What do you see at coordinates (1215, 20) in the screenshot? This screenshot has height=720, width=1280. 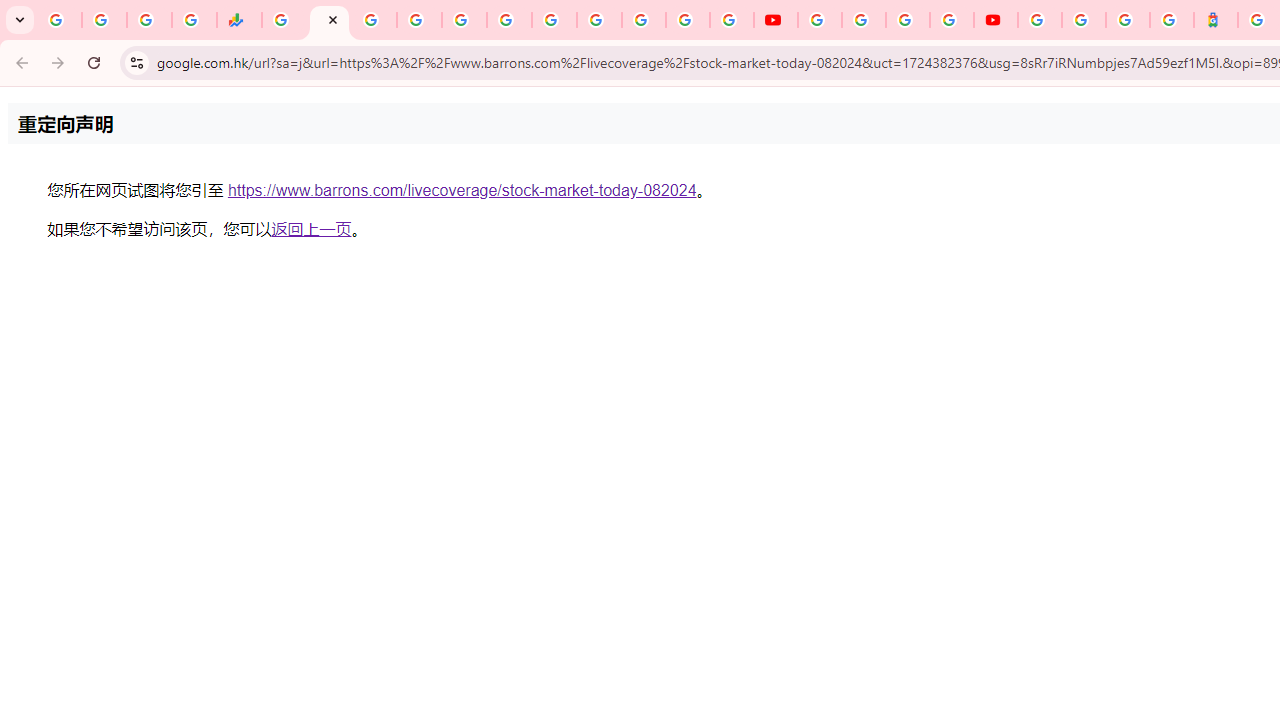 I see `'Atour Hotel - Google hotels'` at bounding box center [1215, 20].